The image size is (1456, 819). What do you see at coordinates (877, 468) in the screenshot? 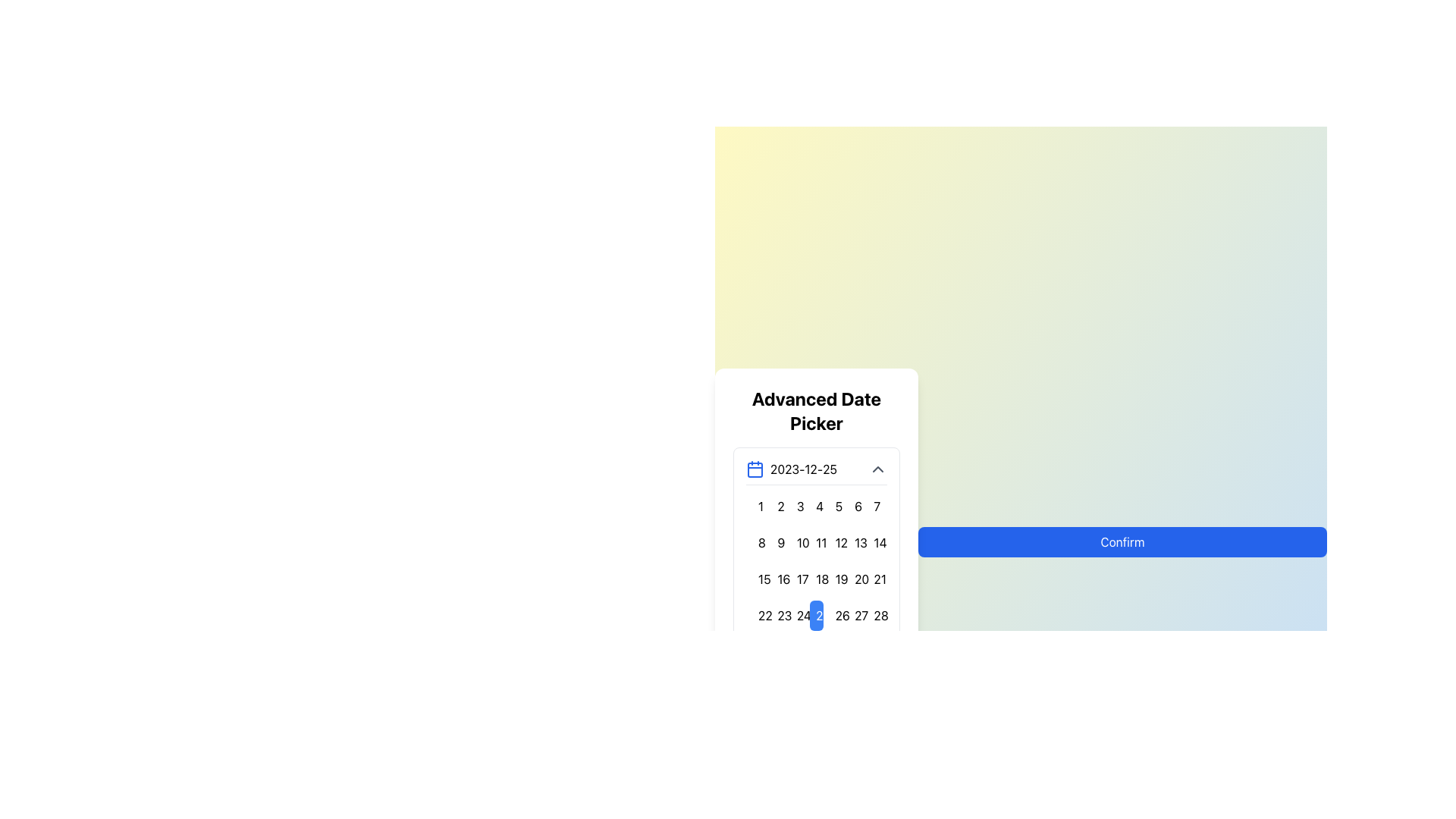
I see `the small gray upward chevron icon located in the top-right corner of the date selector field, to the immediate right of the displayed date '2023-12-25', to interact with the date picker` at bounding box center [877, 468].